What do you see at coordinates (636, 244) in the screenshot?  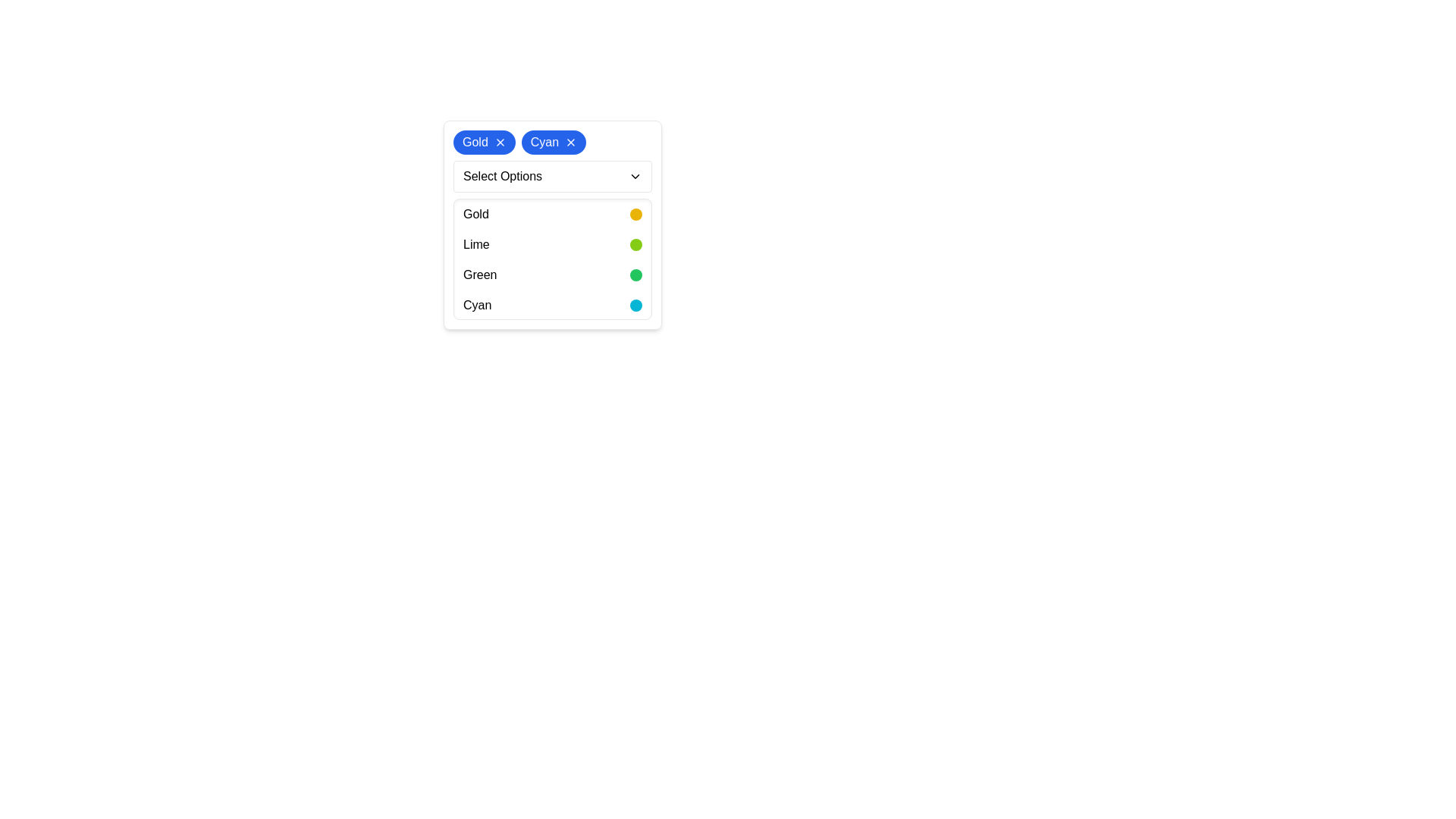 I see `the color indicator that visually represents lime green, located to the right of the 'Lime' text in the dropdown list` at bounding box center [636, 244].